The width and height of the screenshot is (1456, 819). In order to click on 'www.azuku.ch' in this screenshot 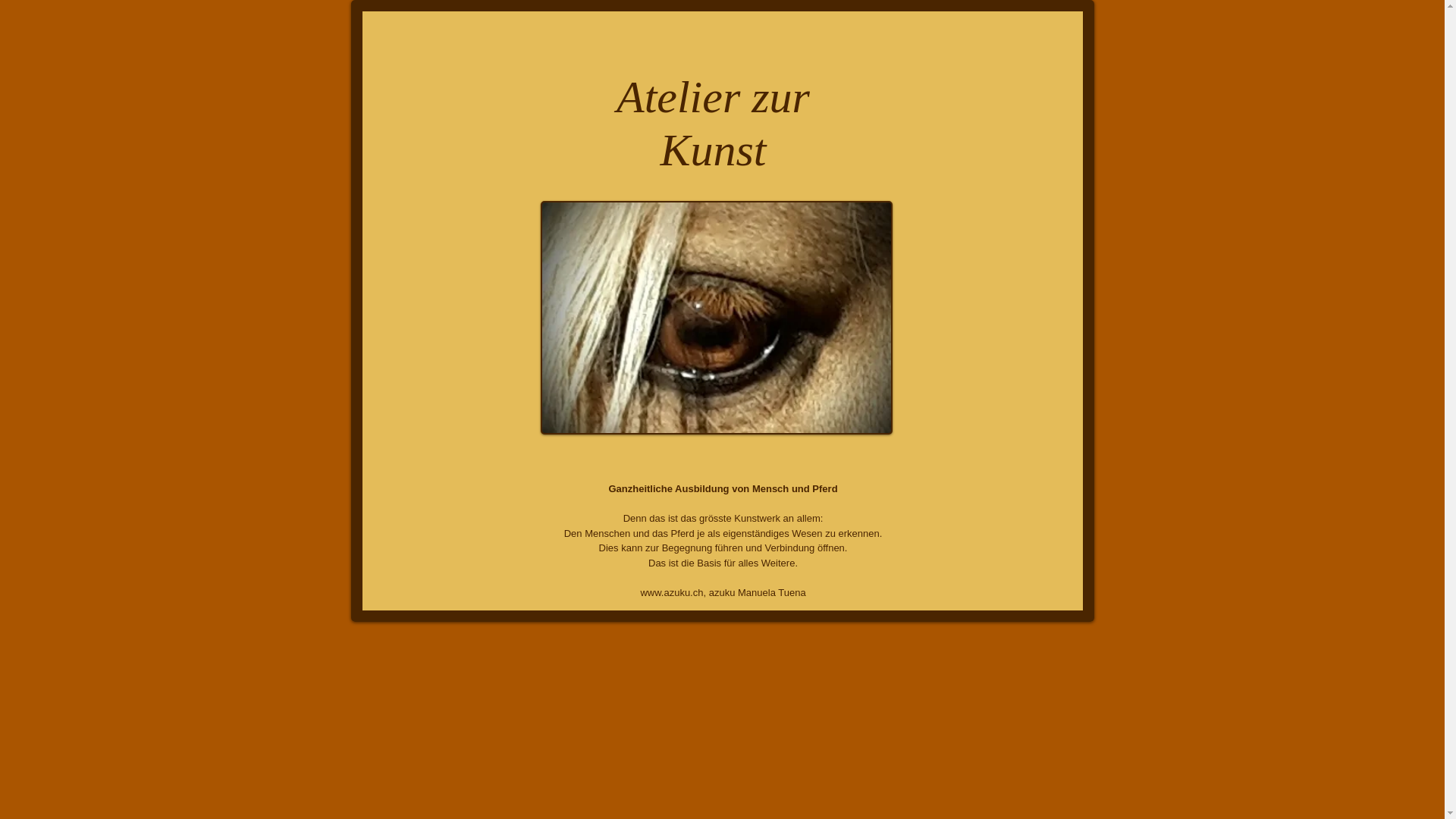, I will do `click(640, 591)`.